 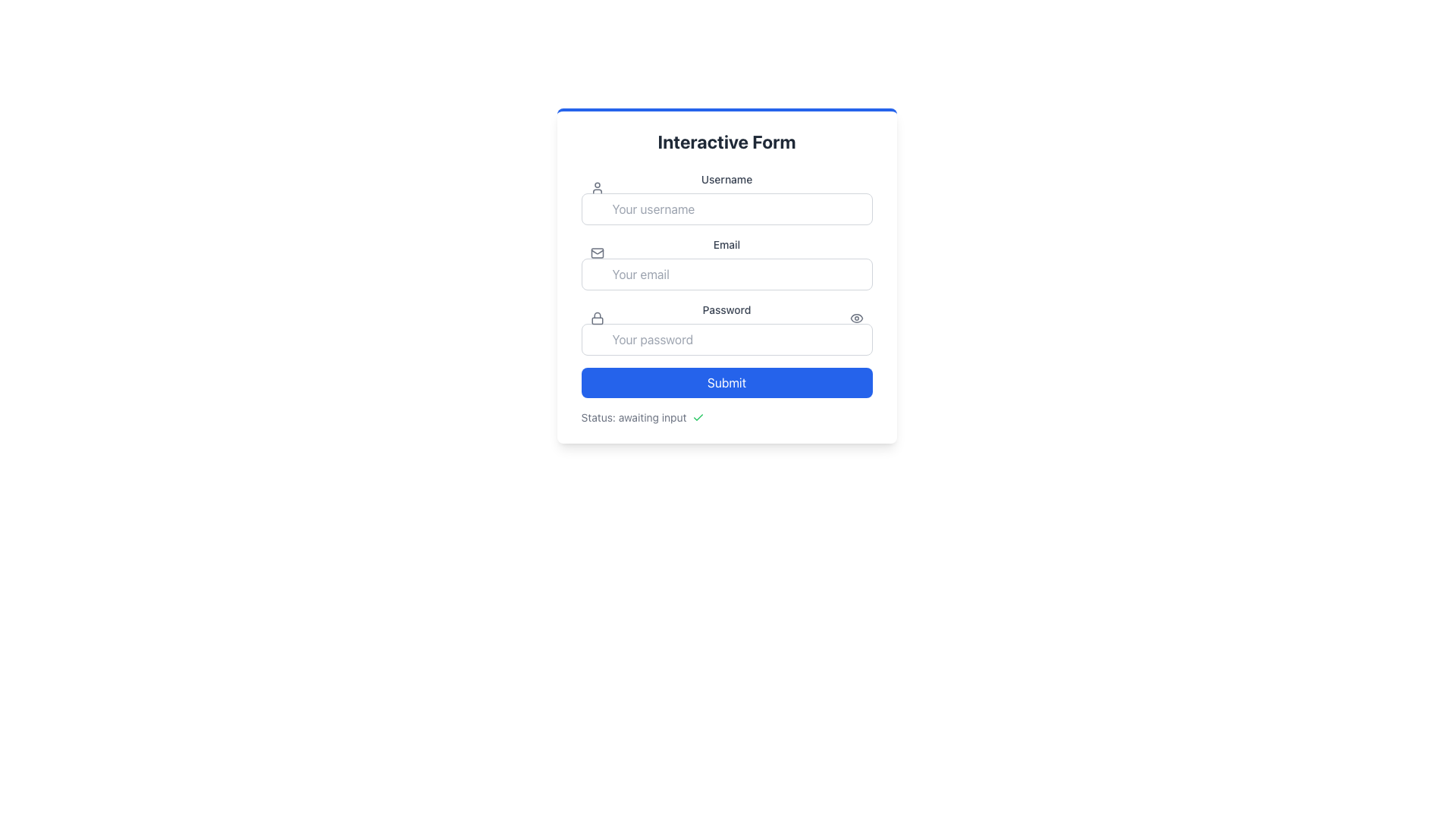 I want to click on the email input field, which is the second form field in the form structure, to trigger the focus effect, so click(x=726, y=262).